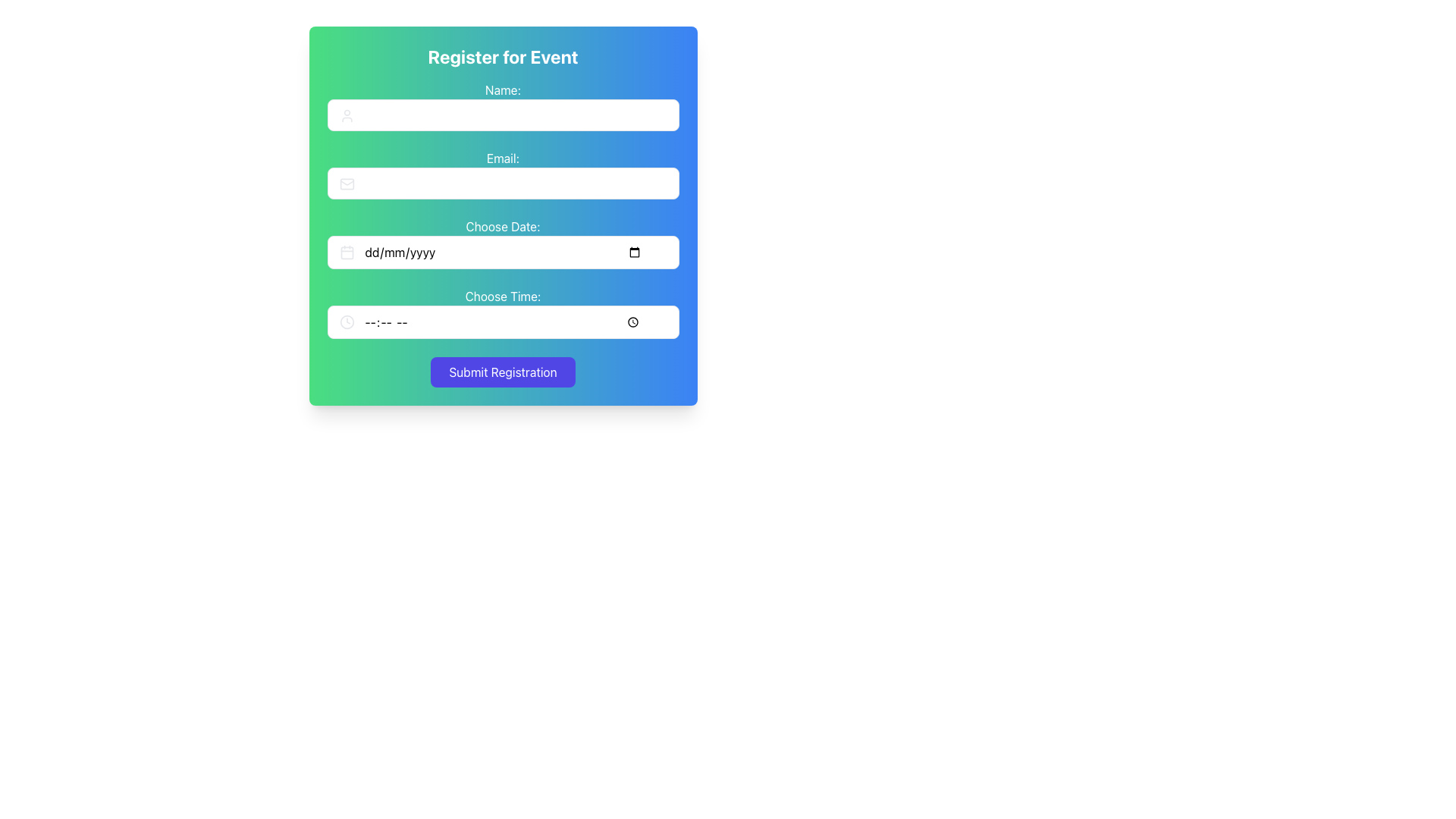  What do you see at coordinates (503, 312) in the screenshot?
I see `the text label that reads 'Choose Time:' which is styled in white and located in the fourth section of the form, just below the 'Choose Date:' section and above the 'Submit Registration' button` at bounding box center [503, 312].